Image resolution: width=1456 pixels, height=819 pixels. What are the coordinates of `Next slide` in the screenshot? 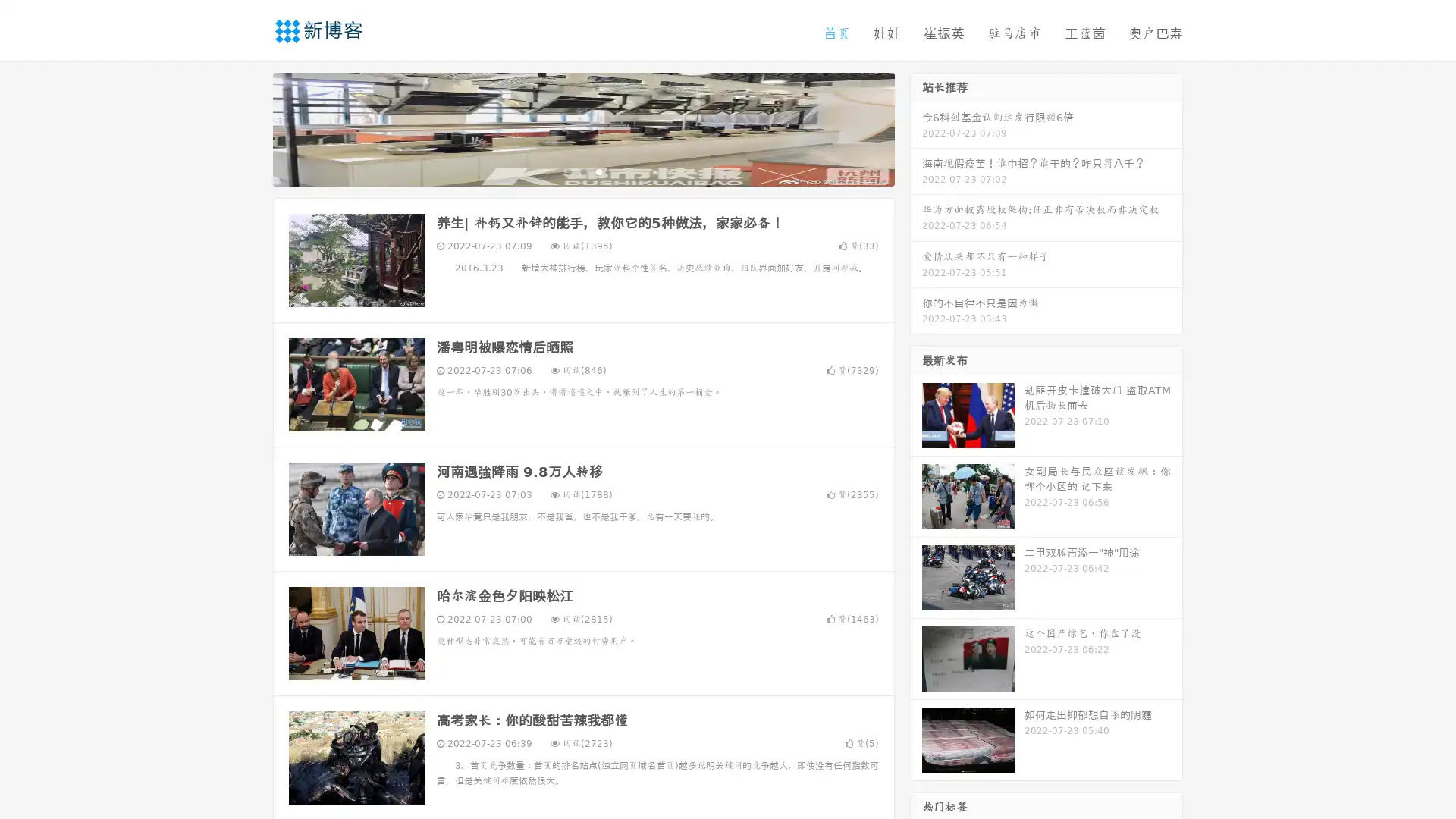 It's located at (916, 127).